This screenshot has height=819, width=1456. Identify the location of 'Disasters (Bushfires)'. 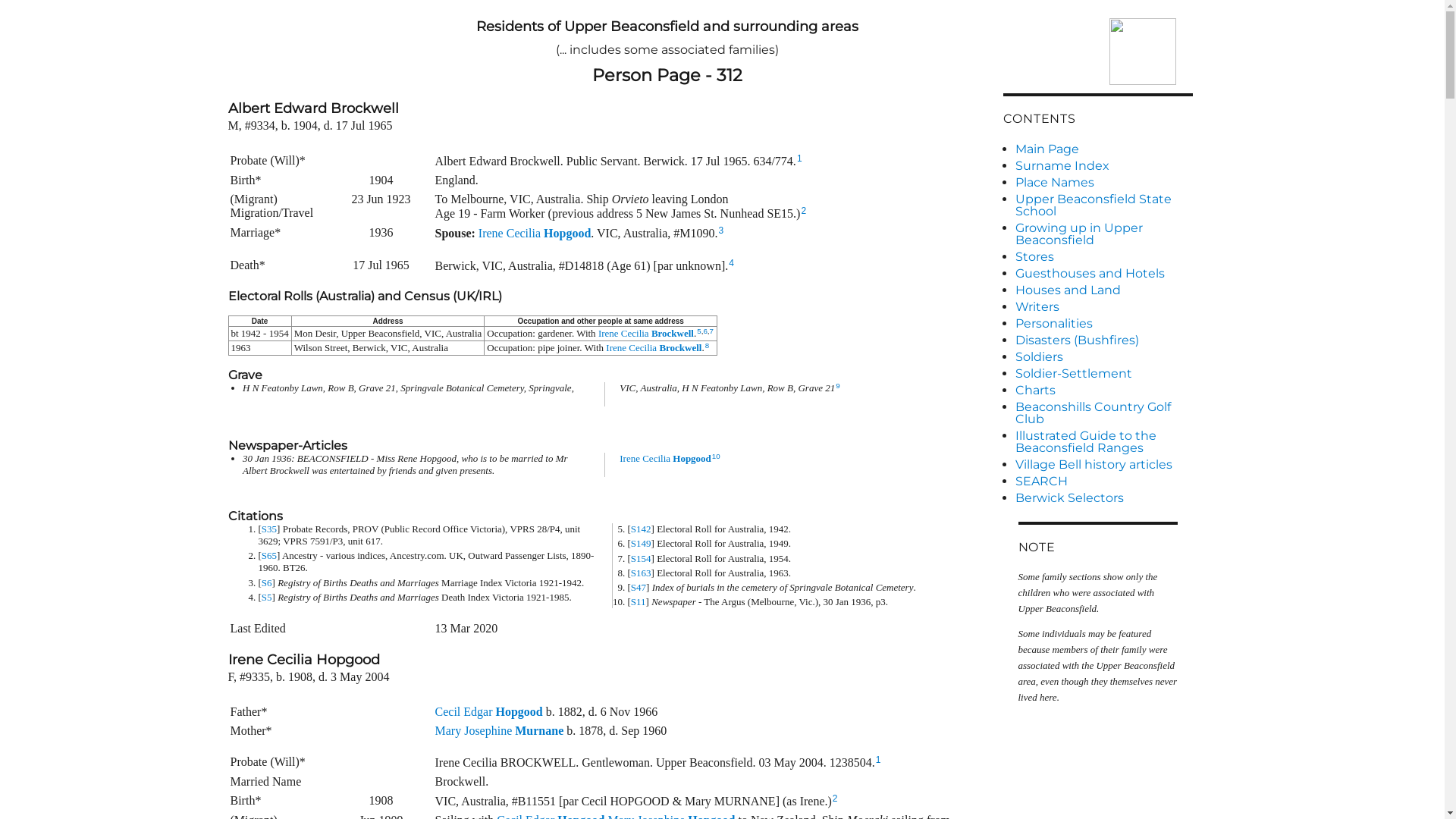
(1103, 339).